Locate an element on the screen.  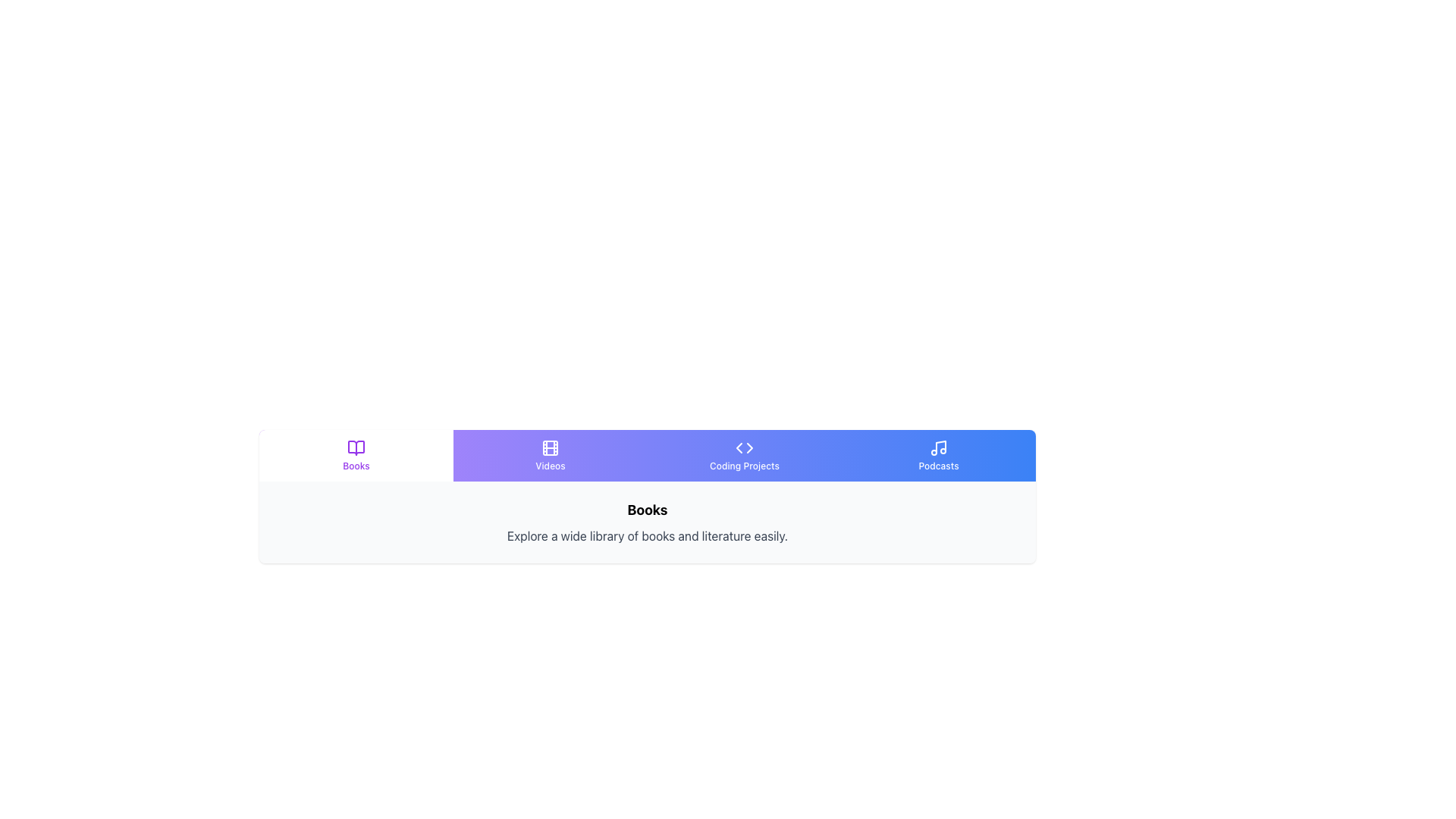
the Podcasts icon located in the top-right quadrant of the interface, which serves as a visual representation for the Podcasts section is located at coordinates (938, 447).